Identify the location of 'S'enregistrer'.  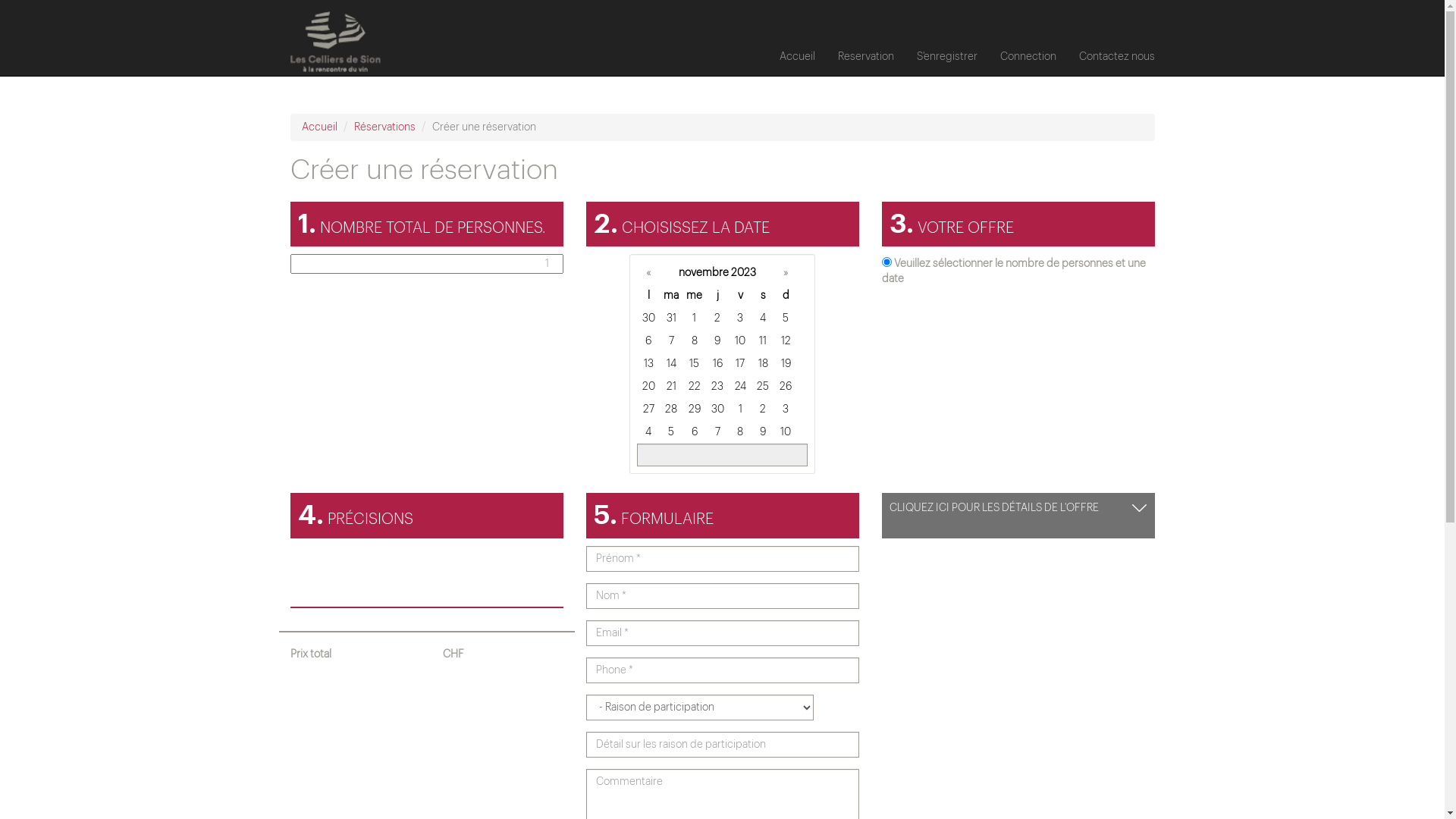
(946, 55).